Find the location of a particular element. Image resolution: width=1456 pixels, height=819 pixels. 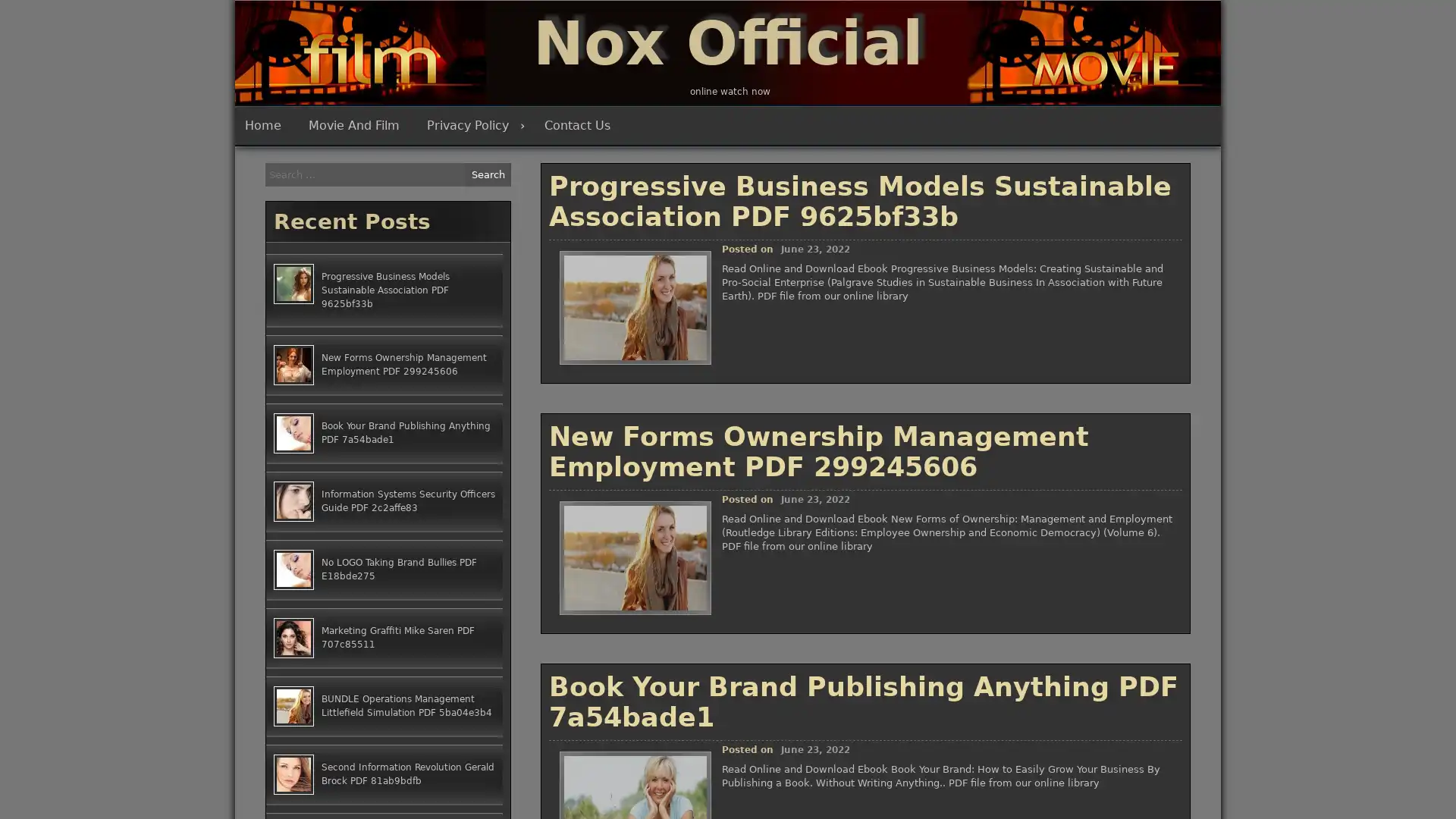

Search is located at coordinates (488, 174).